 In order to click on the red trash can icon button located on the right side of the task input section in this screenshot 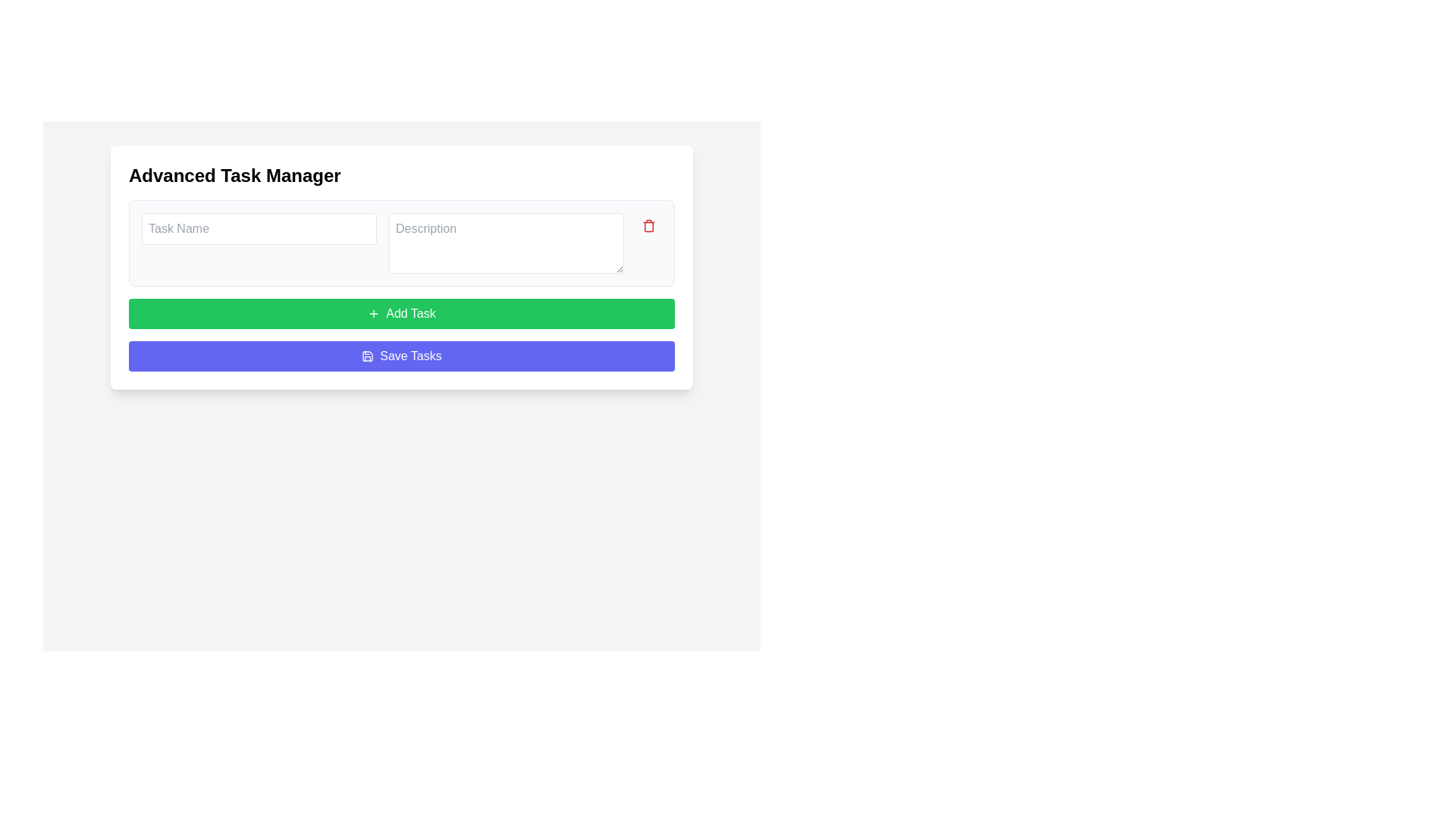, I will do `click(648, 225)`.